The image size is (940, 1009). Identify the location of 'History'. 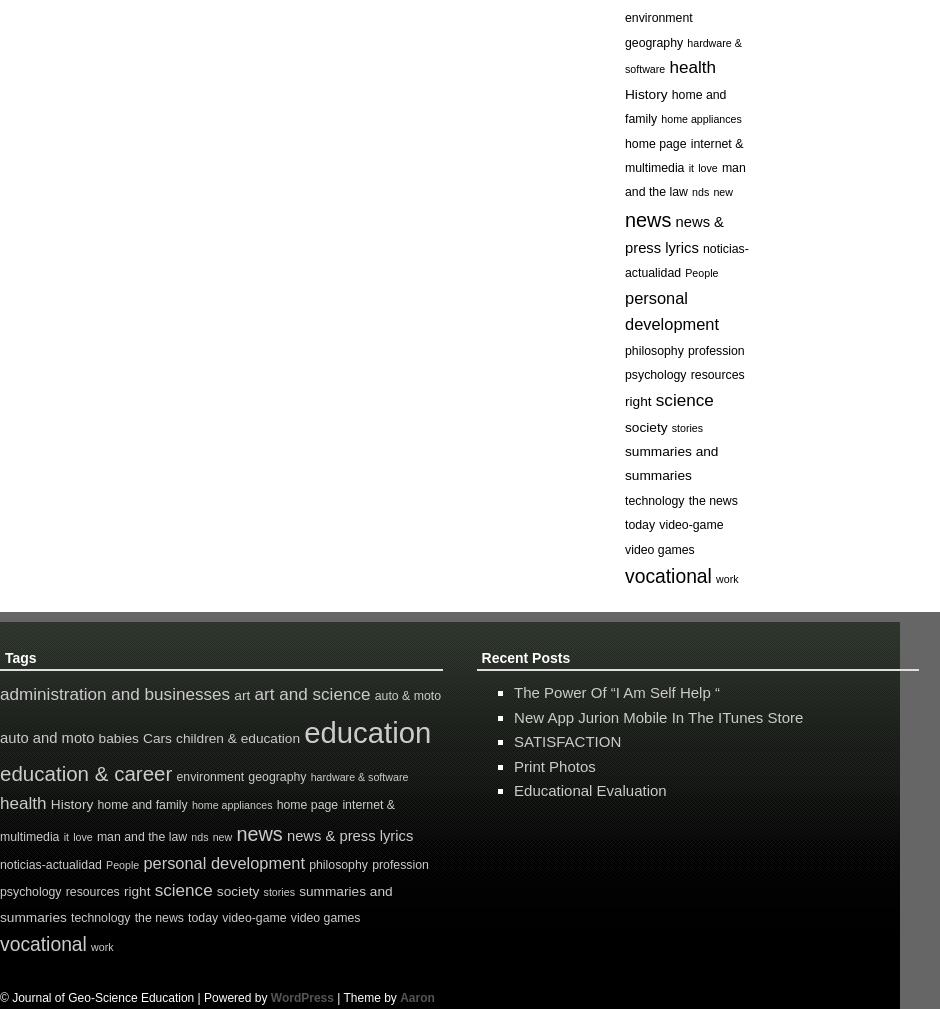
(70, 804).